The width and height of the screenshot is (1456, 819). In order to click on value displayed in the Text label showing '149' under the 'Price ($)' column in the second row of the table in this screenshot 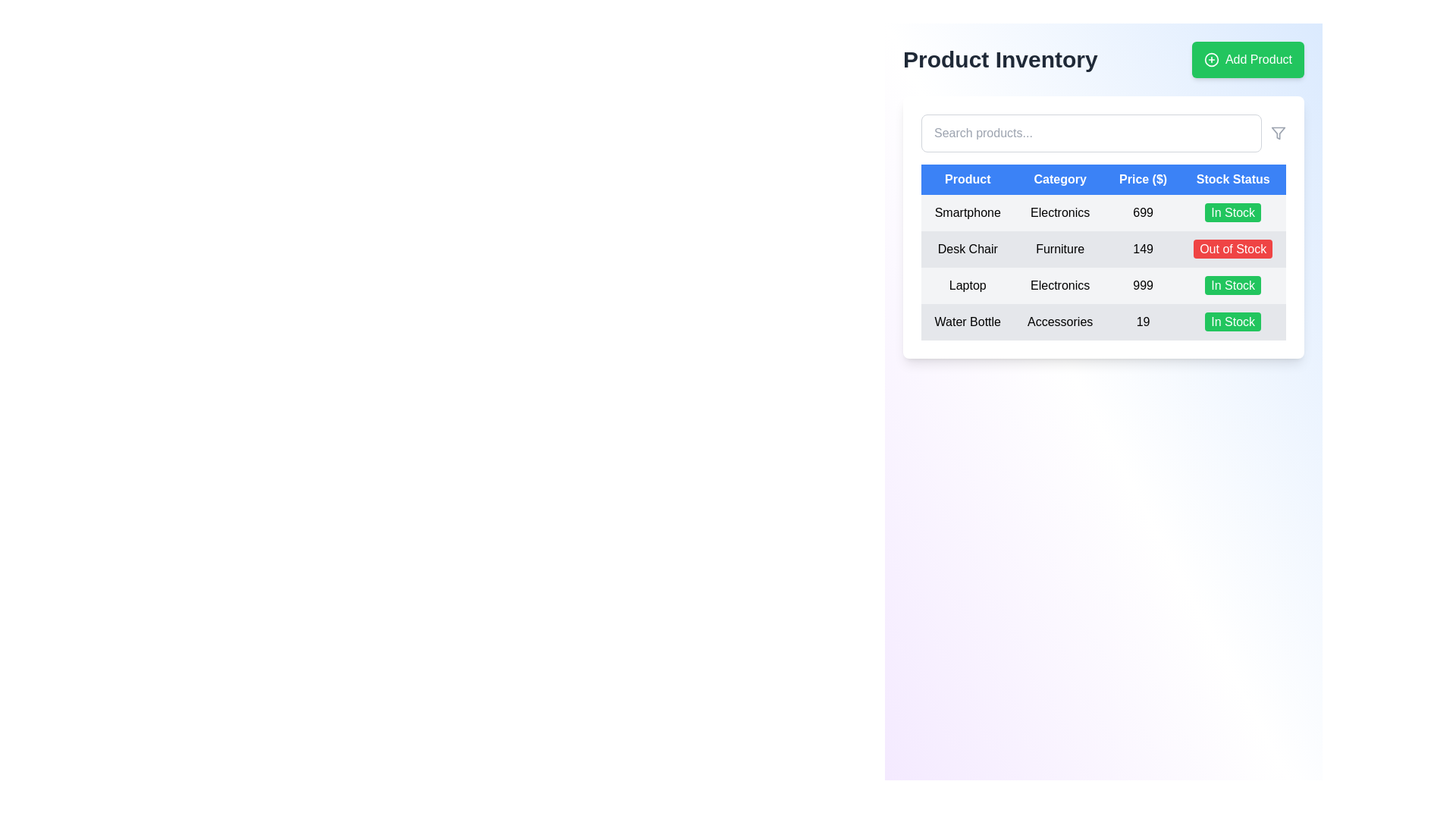, I will do `click(1143, 248)`.